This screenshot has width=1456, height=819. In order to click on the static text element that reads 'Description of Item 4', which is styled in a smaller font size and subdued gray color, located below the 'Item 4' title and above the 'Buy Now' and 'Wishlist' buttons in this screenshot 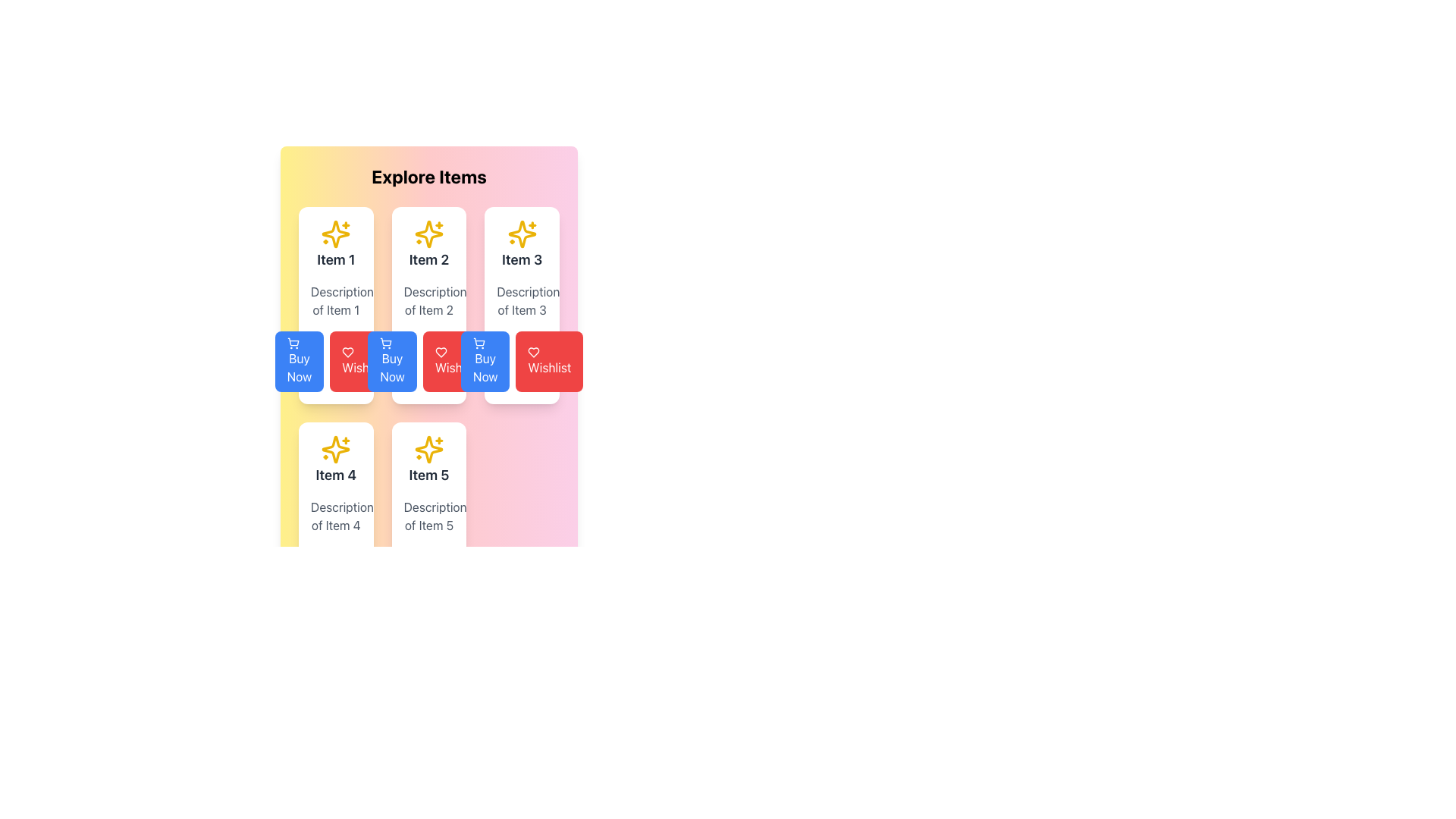, I will do `click(335, 516)`.